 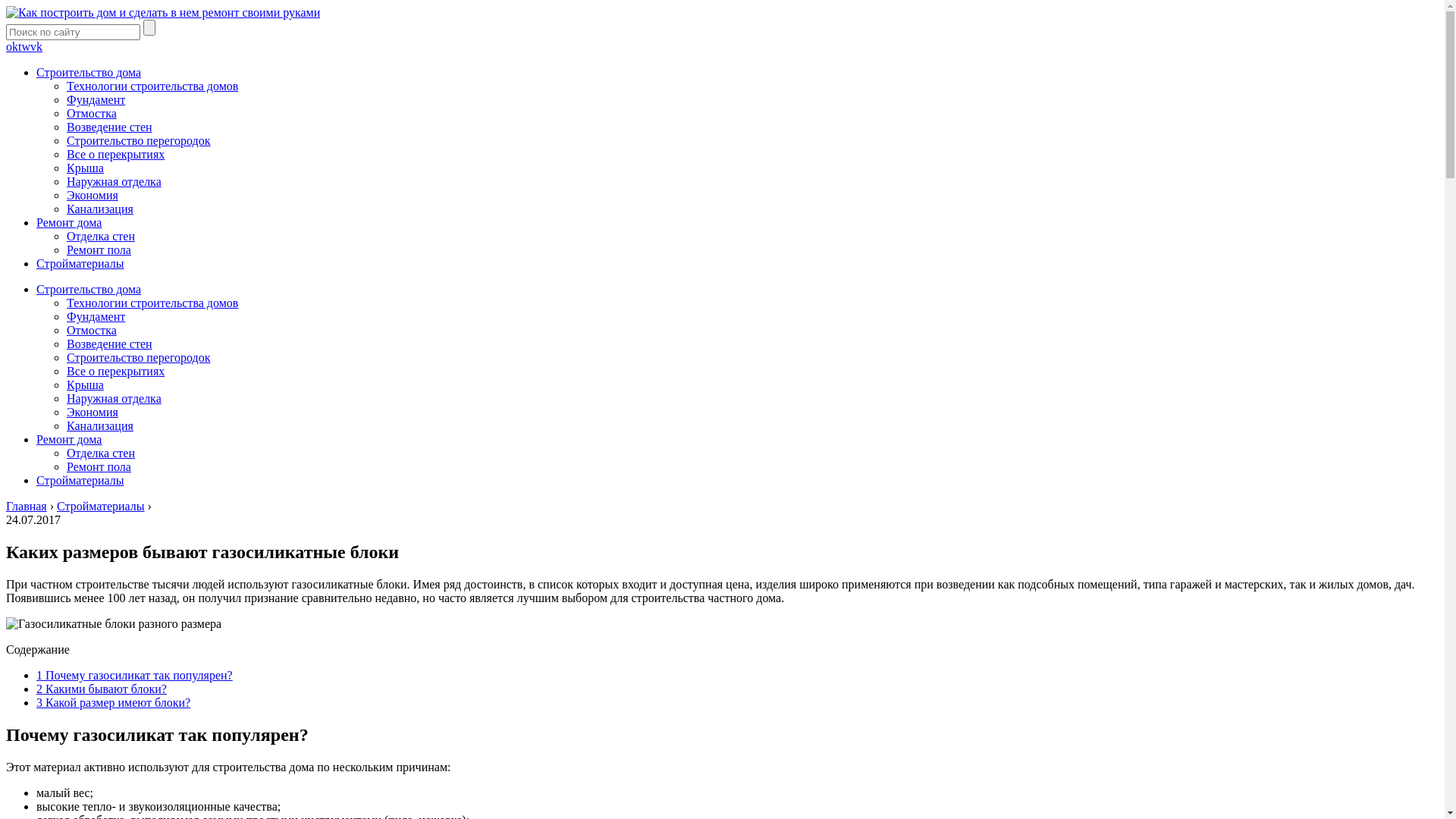 What do you see at coordinates (11, 45) in the screenshot?
I see `'ok'` at bounding box center [11, 45].